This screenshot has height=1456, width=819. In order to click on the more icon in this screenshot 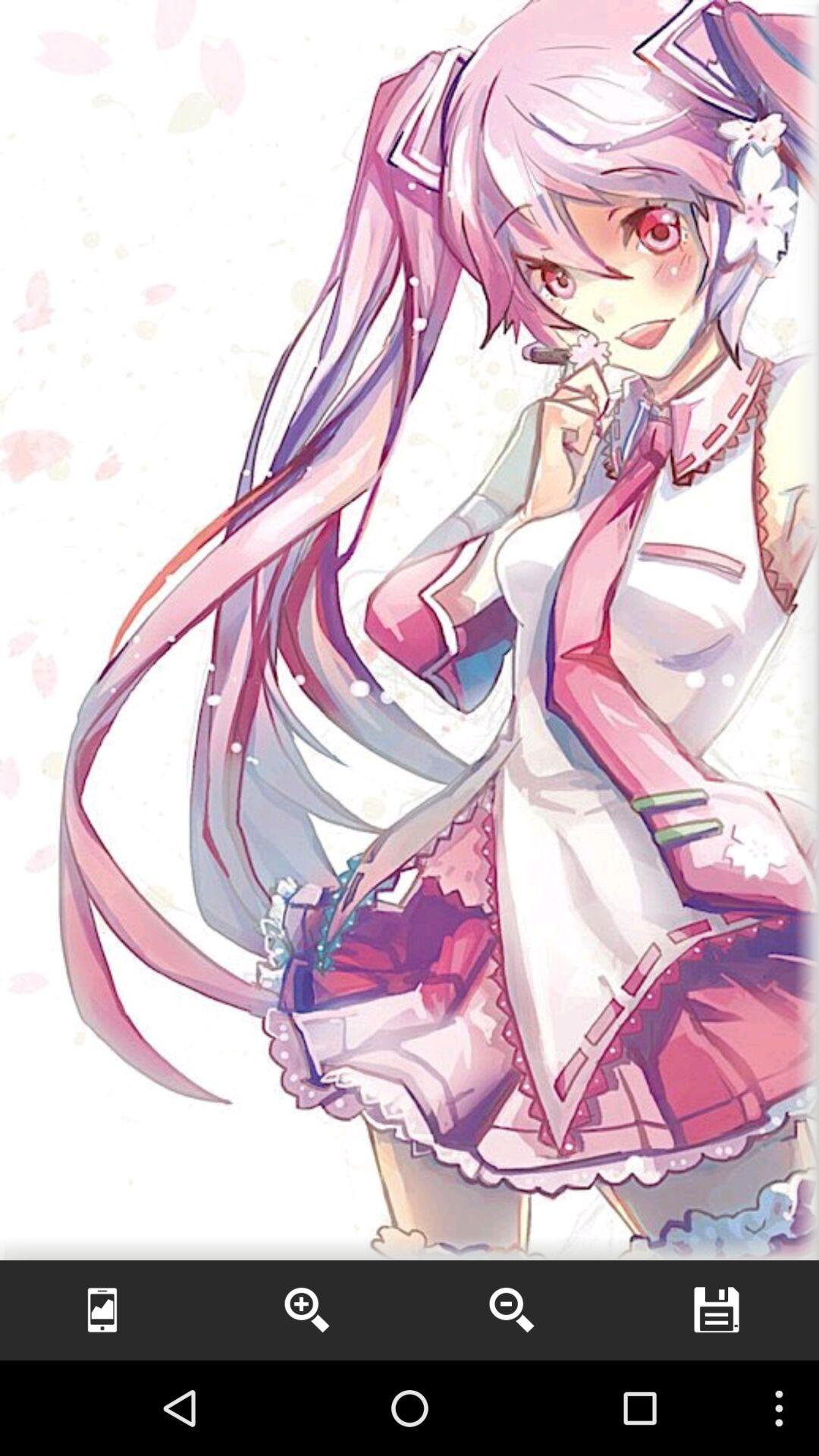, I will do `click(717, 1401)`.